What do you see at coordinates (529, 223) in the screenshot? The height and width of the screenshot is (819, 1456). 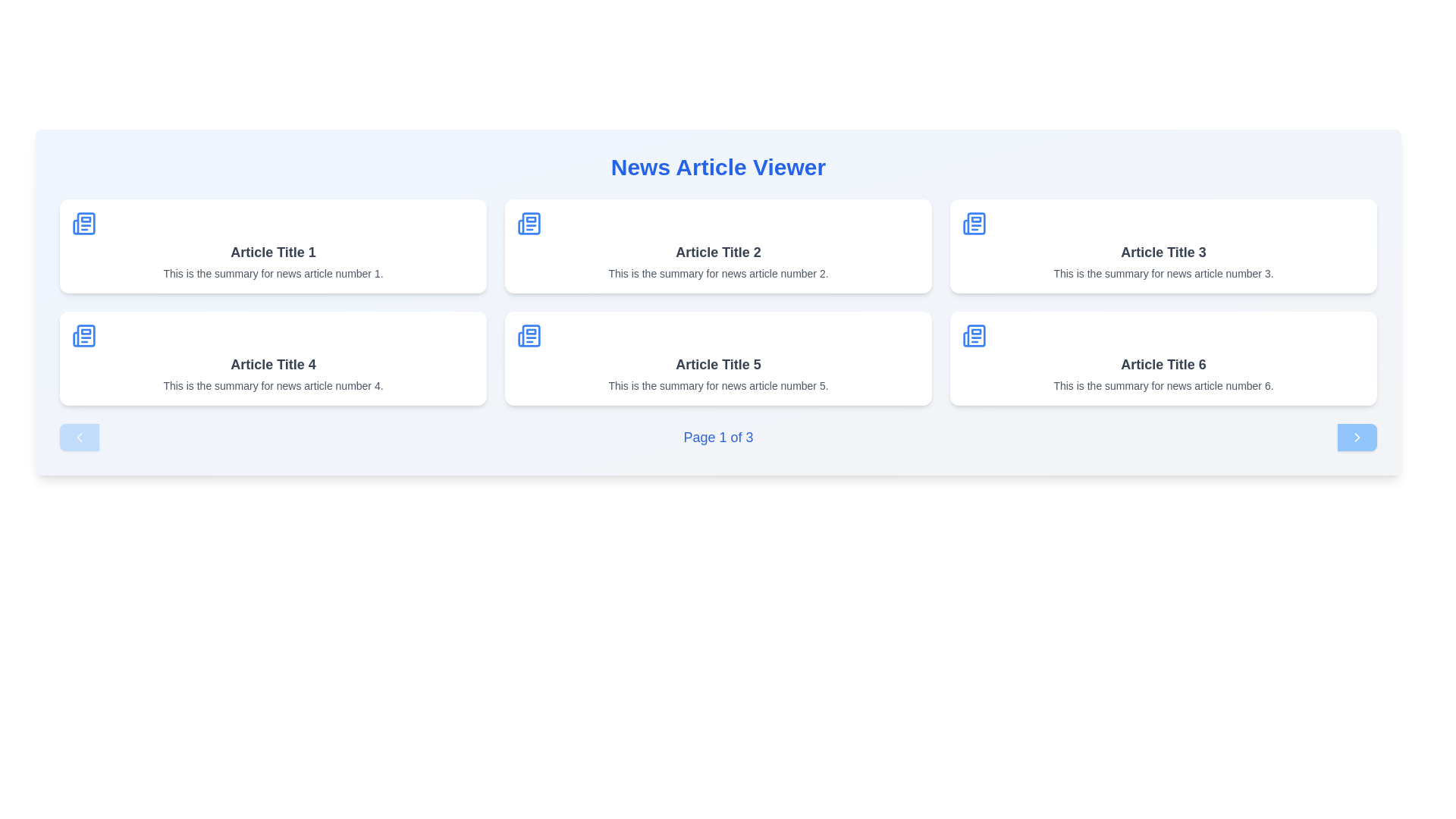 I see `the newspaper icon located in the top-left corner of the card titled 'Article Title 2', which indicates news articles or posts` at bounding box center [529, 223].